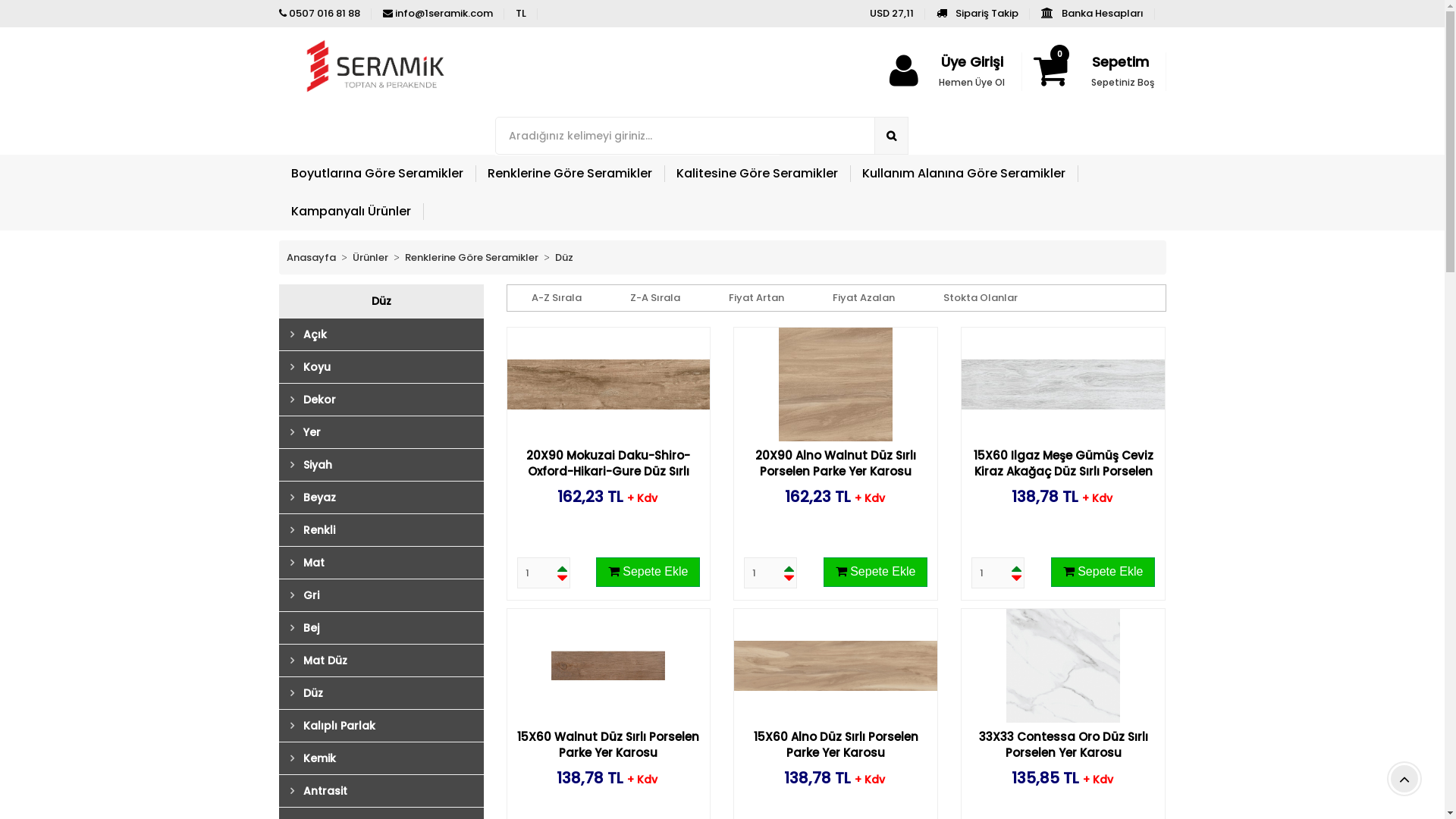 This screenshot has height=819, width=1456. Describe the element at coordinates (391, 366) in the screenshot. I see `'Koyu'` at that location.